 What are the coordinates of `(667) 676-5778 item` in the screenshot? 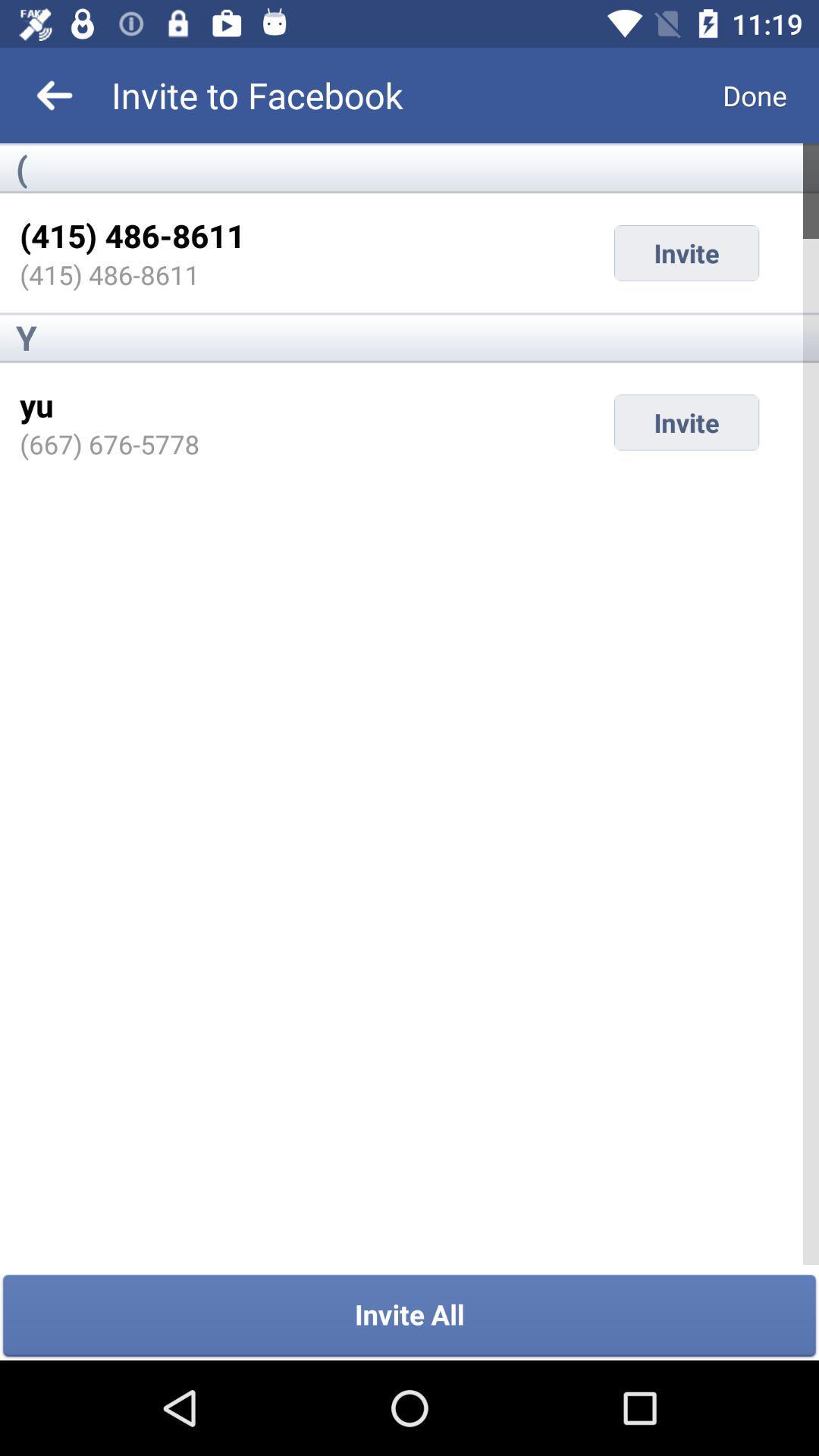 It's located at (108, 443).